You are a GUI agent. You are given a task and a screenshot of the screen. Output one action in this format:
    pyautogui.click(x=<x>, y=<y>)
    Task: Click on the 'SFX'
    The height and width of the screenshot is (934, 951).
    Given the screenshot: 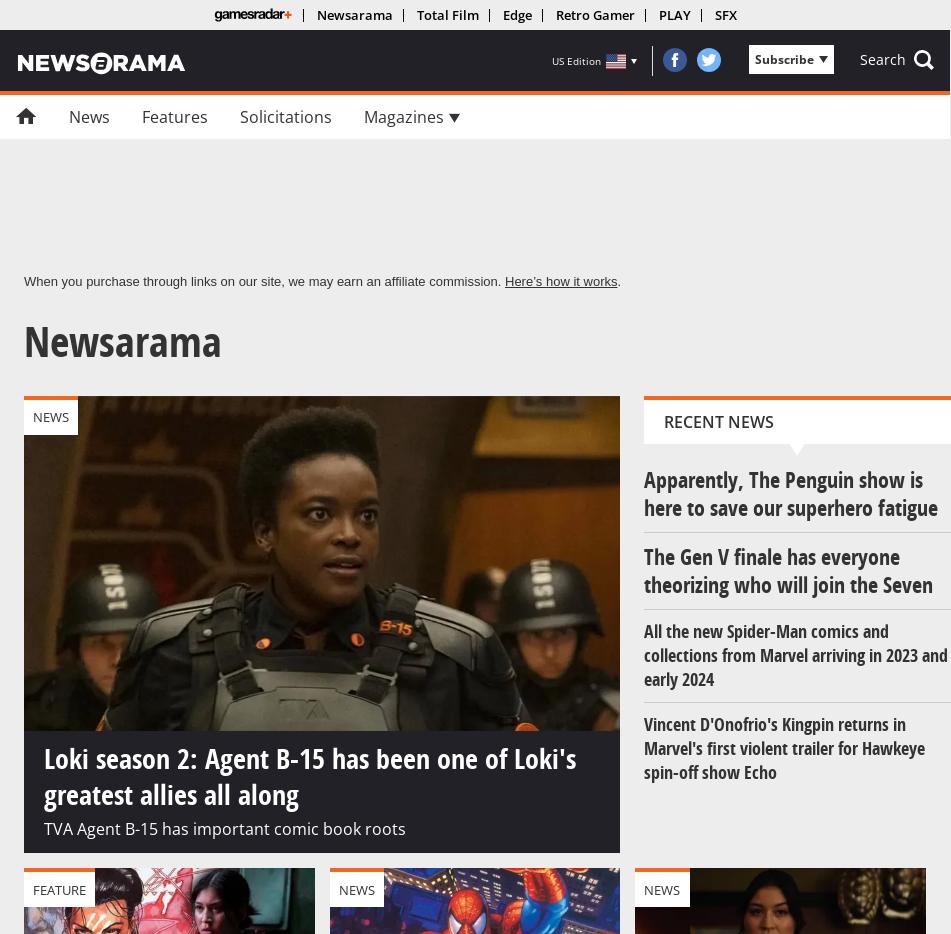 What is the action you would take?
    pyautogui.click(x=724, y=14)
    